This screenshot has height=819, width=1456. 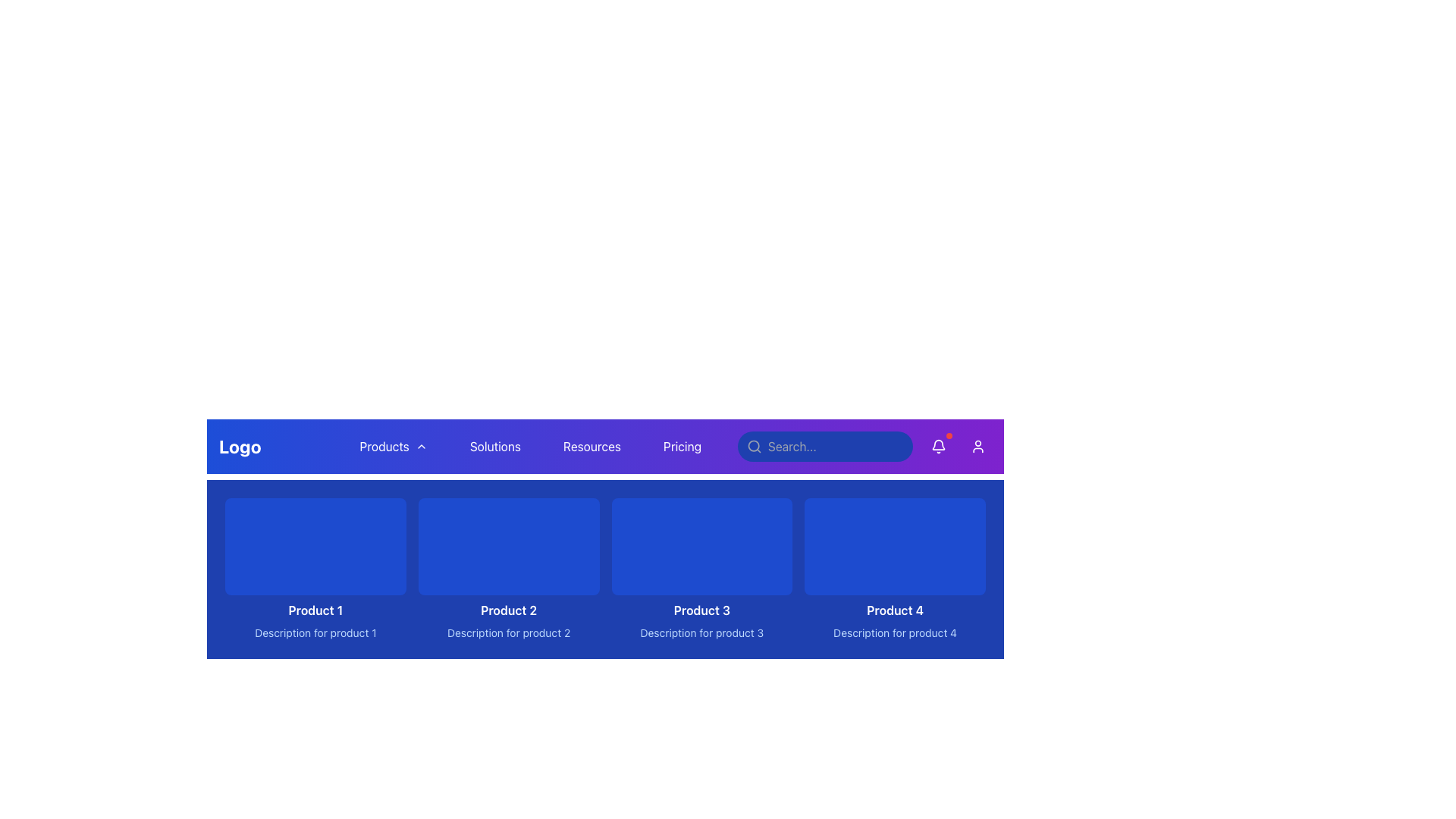 I want to click on the button located in the navigation menu that is positioned between 'Products' and 'Resources' to change its background color, so click(x=495, y=446).